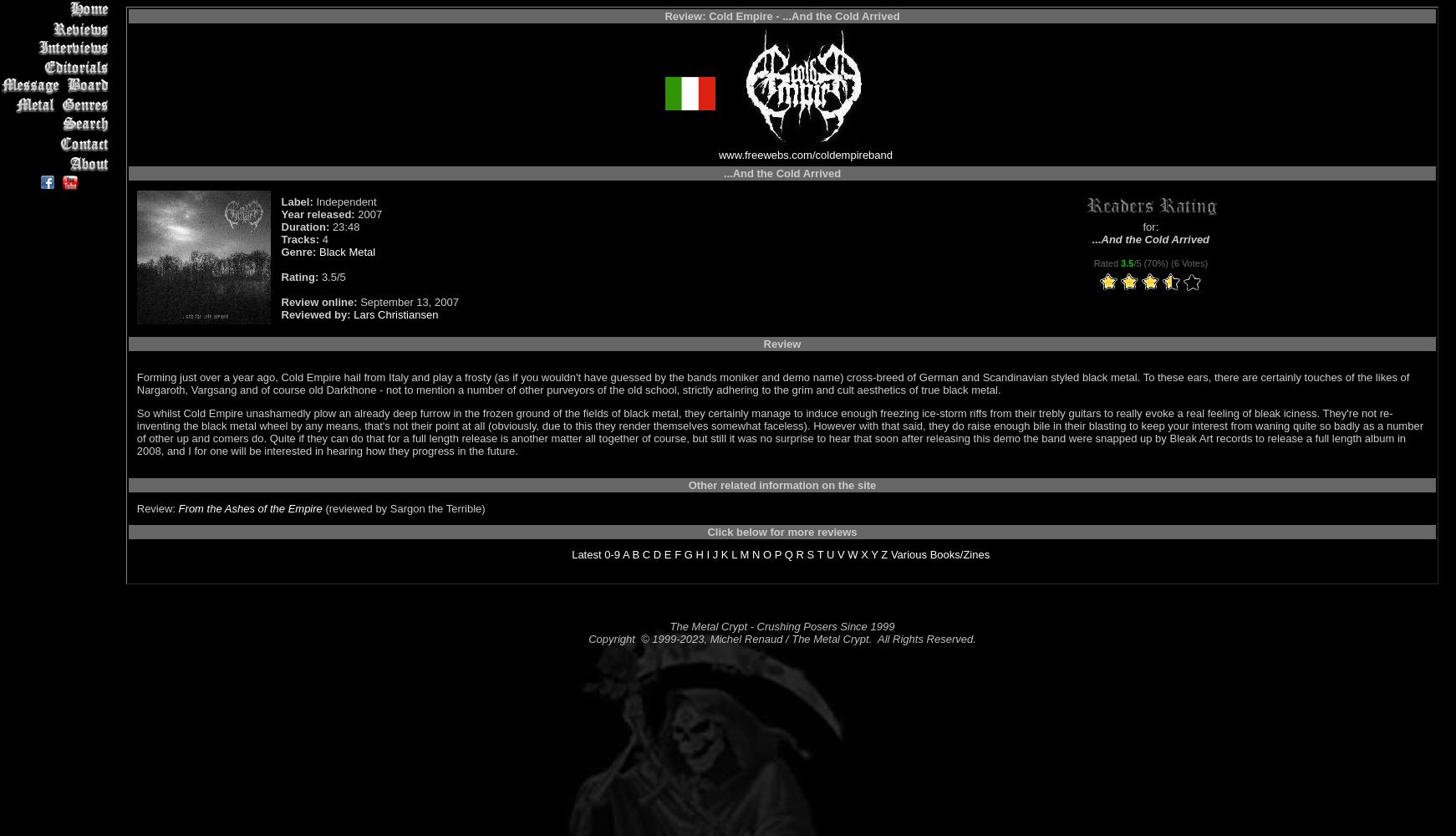 The width and height of the screenshot is (1456, 836). Describe the element at coordinates (874, 554) in the screenshot. I see `'Y'` at that location.